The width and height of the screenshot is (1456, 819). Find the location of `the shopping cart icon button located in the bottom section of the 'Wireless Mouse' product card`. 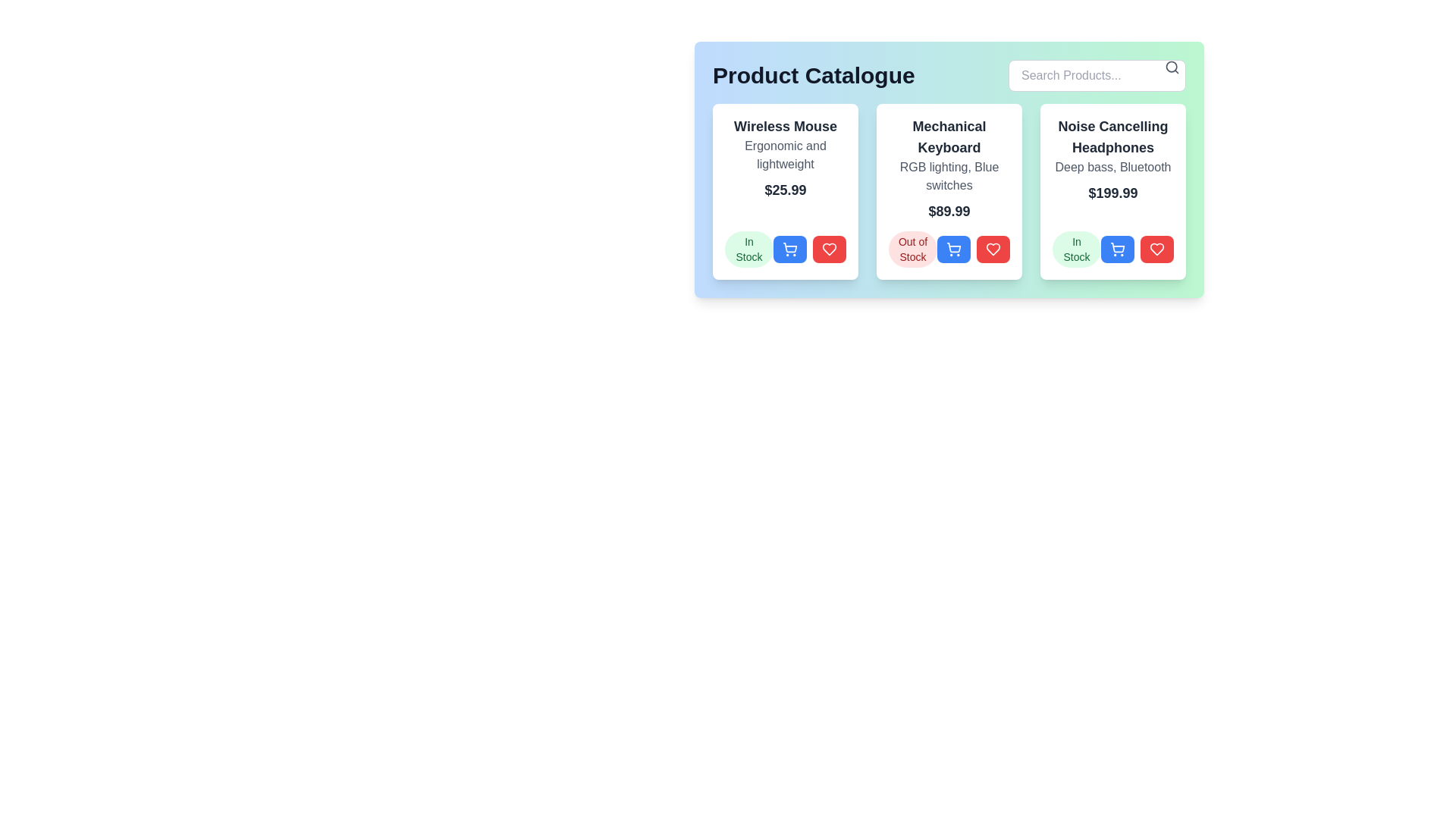

the shopping cart icon button located in the bottom section of the 'Wireless Mouse' product card is located at coordinates (789, 248).